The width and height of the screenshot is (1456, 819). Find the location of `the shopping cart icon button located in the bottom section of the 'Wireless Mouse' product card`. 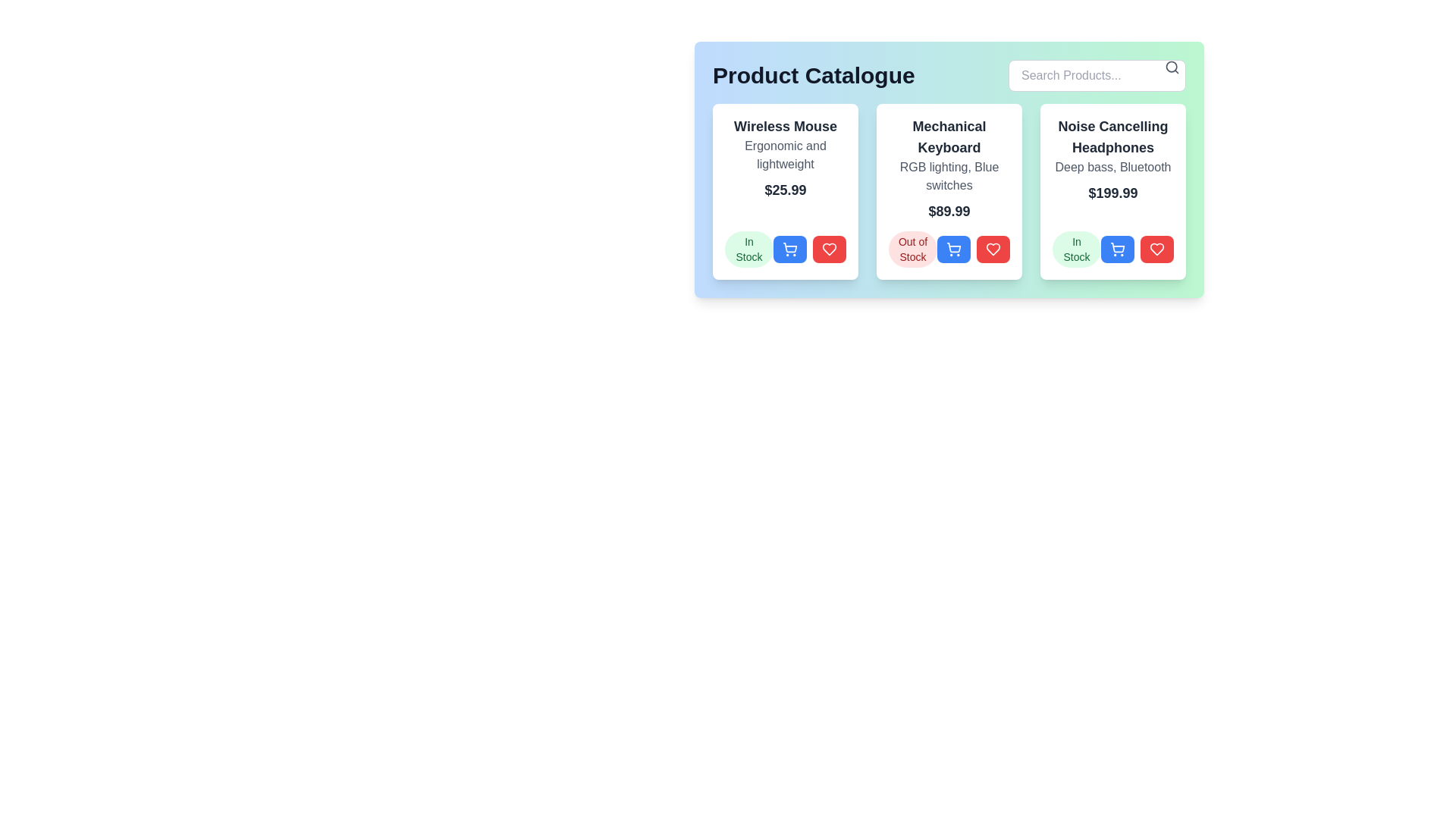

the shopping cart icon button located in the bottom section of the 'Wireless Mouse' product card is located at coordinates (789, 248).